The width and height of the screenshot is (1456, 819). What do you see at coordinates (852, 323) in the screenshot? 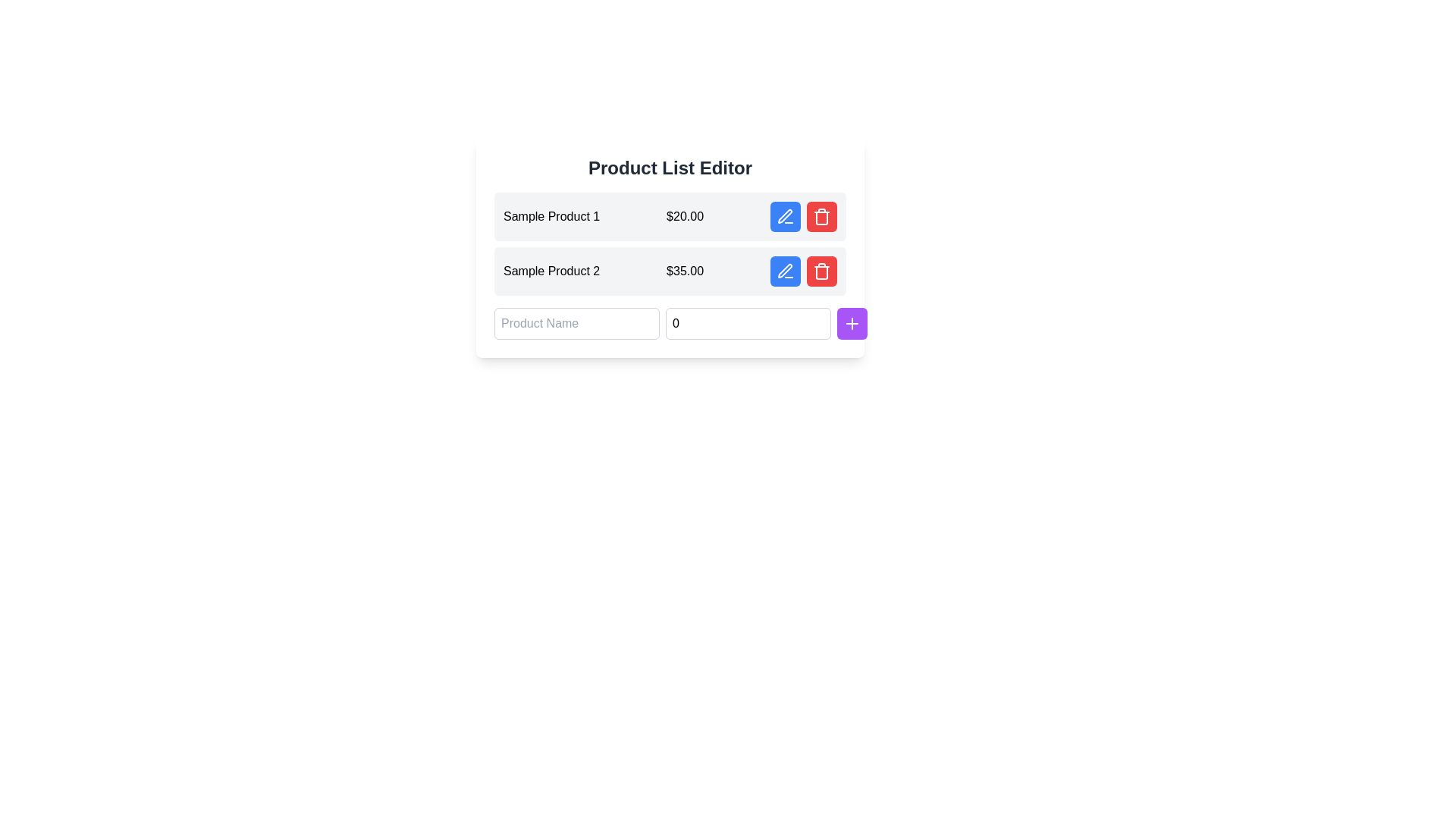
I see `the plus sign button with a purple circular background located at the bottom-right corner of the form` at bounding box center [852, 323].